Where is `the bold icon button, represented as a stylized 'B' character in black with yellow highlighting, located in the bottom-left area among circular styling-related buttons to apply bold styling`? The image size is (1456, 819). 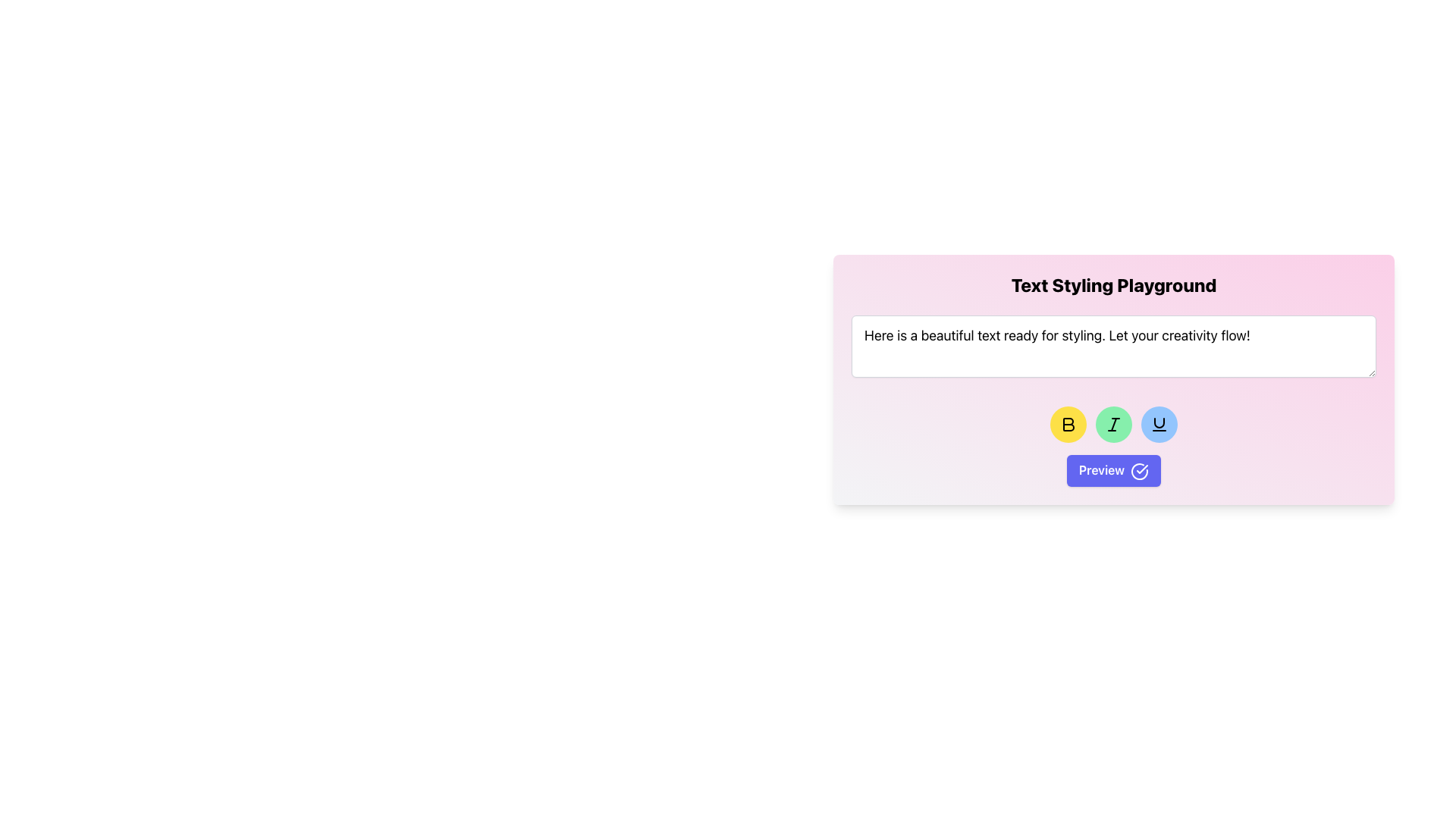
the bold icon button, represented as a stylized 'B' character in black with yellow highlighting, located in the bottom-left area among circular styling-related buttons to apply bold styling is located at coordinates (1068, 424).